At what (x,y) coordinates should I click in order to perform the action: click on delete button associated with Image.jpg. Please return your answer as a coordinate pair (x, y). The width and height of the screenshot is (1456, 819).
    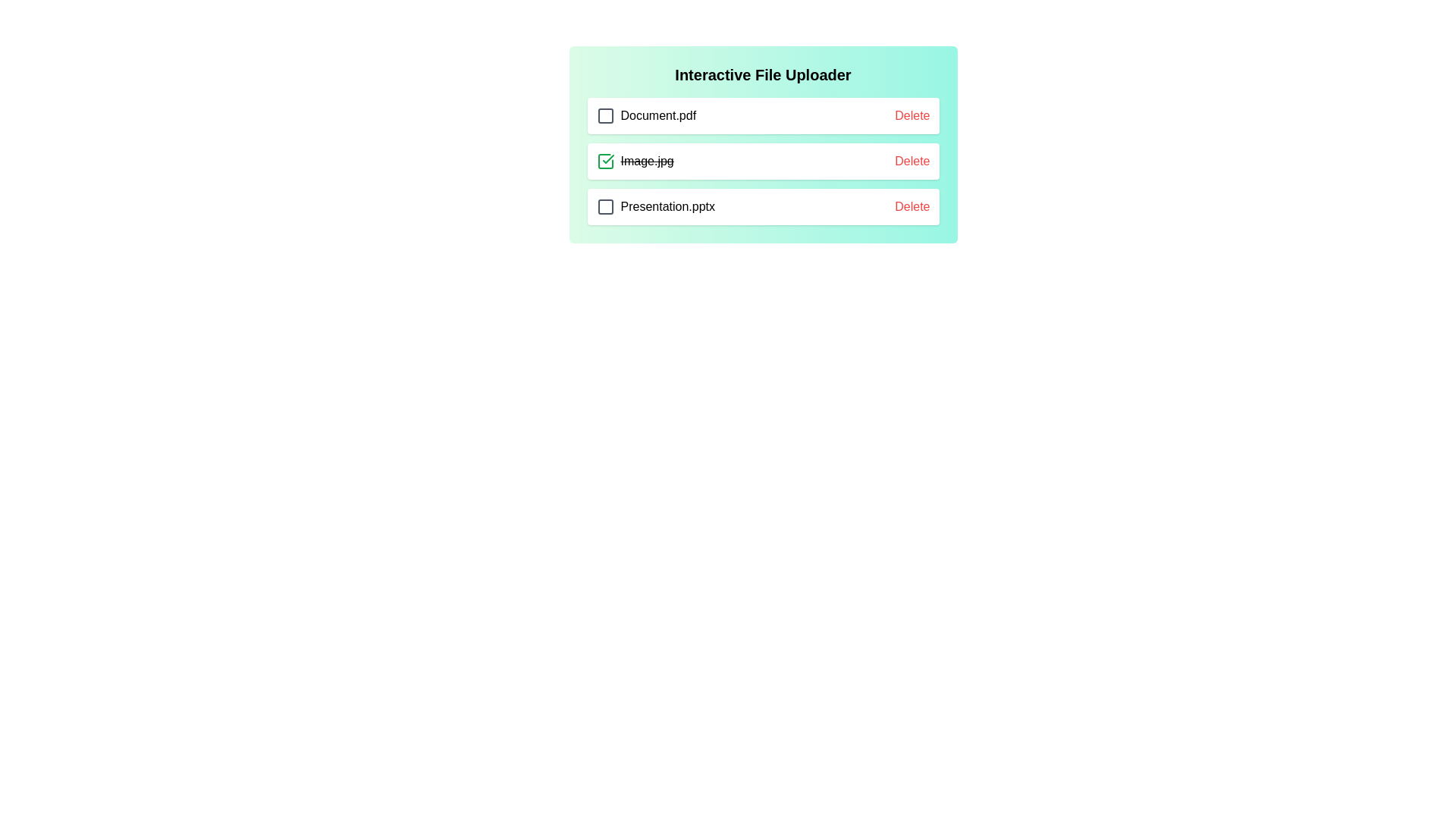
    Looking at the image, I should click on (912, 161).